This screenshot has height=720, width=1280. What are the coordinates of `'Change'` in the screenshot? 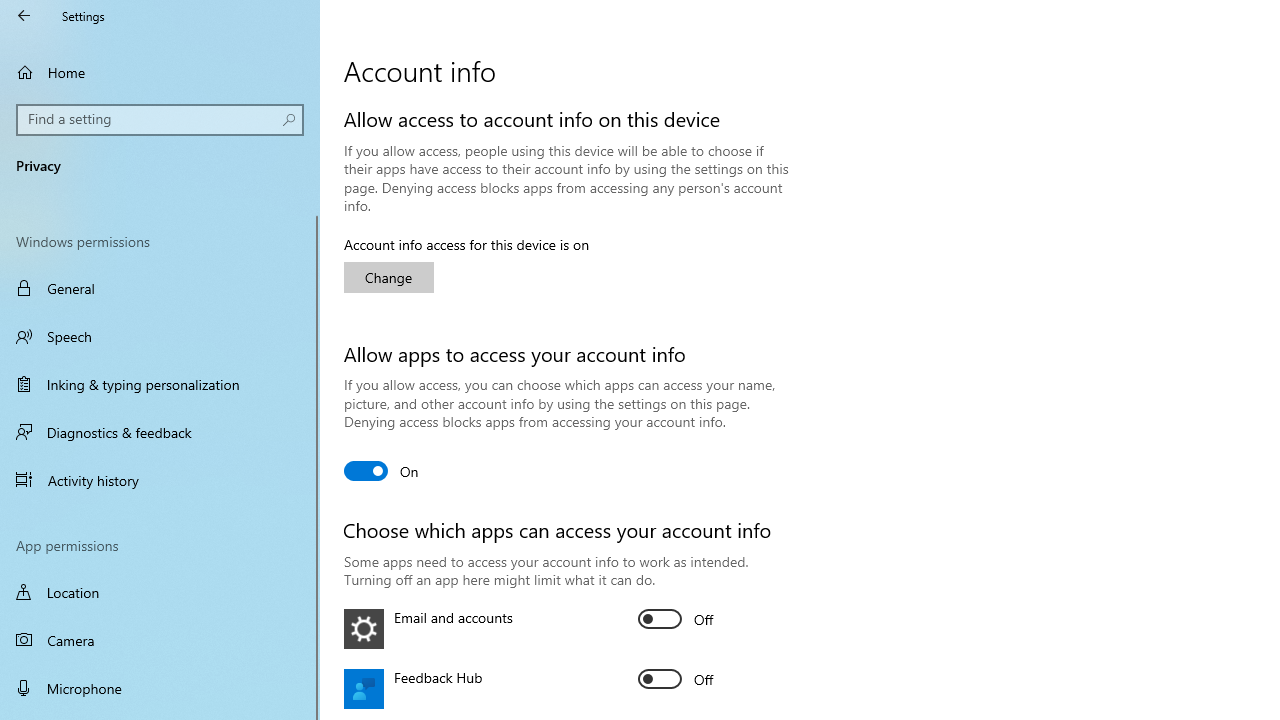 It's located at (389, 277).